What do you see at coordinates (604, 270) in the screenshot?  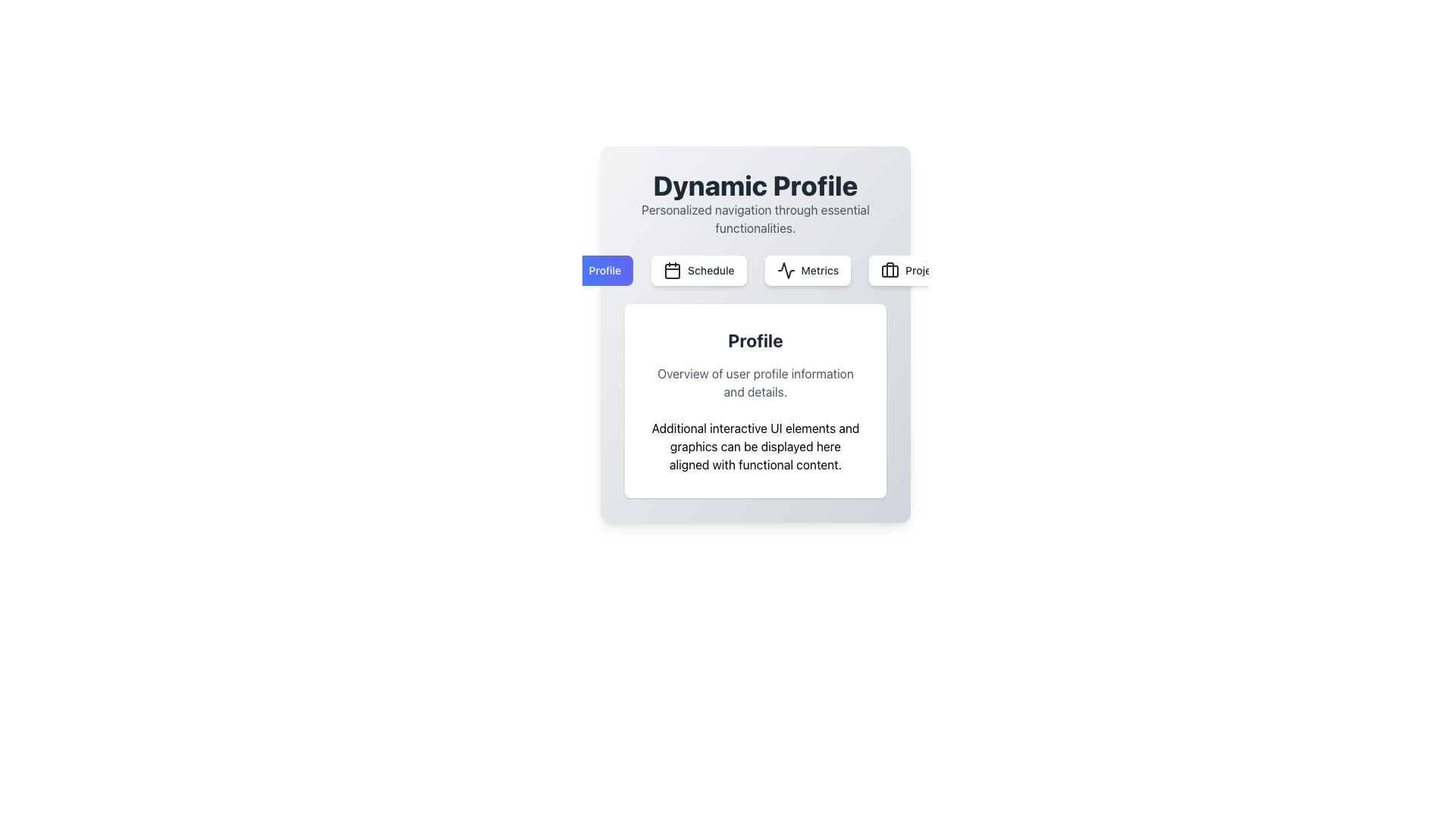 I see `the static text element displaying 'Profile' within the blue gradient button located below the heading 'Dynamic Profile'` at bounding box center [604, 270].